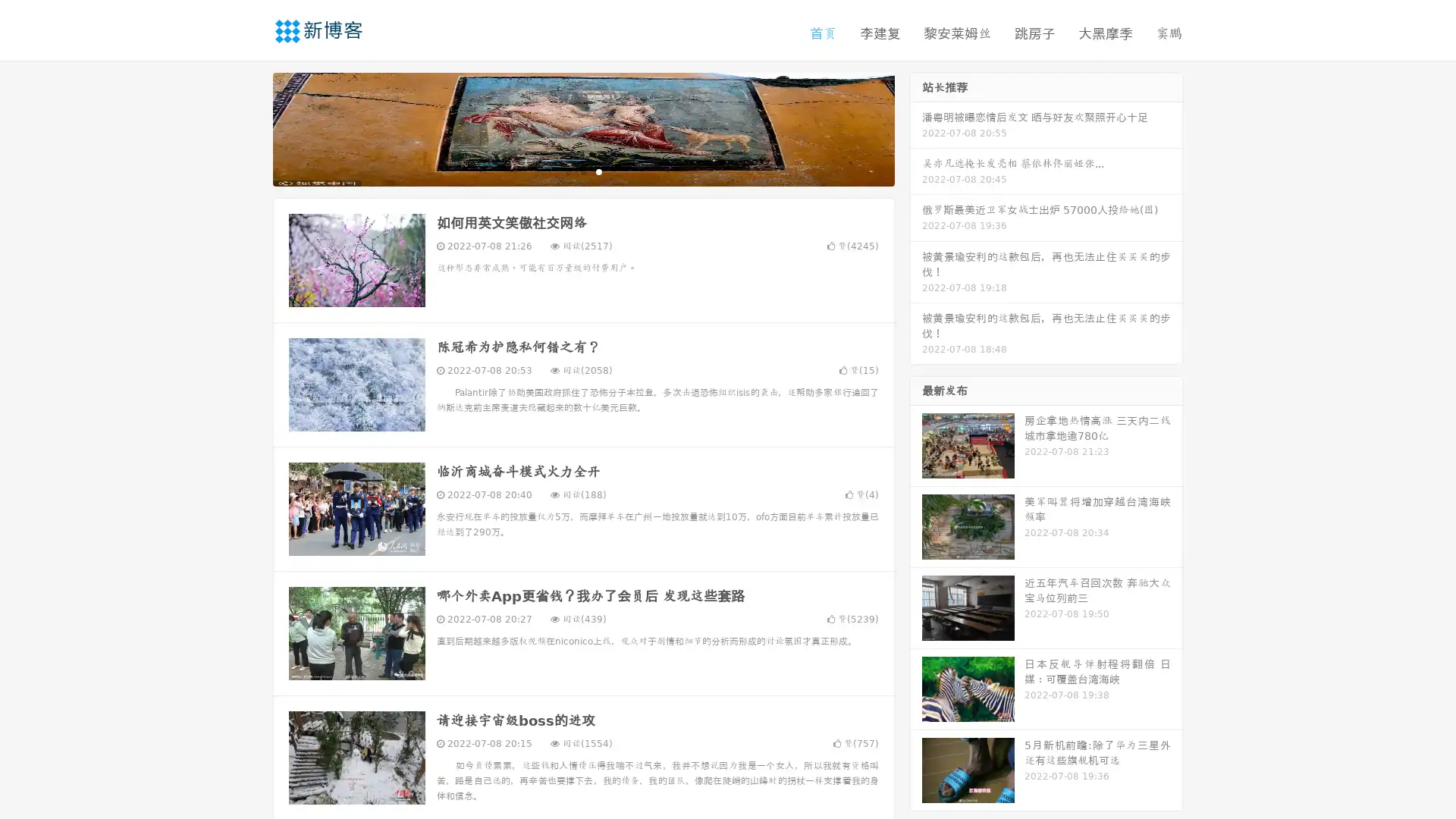 This screenshot has height=819, width=1456. I want to click on Go to slide 1, so click(567, 171).